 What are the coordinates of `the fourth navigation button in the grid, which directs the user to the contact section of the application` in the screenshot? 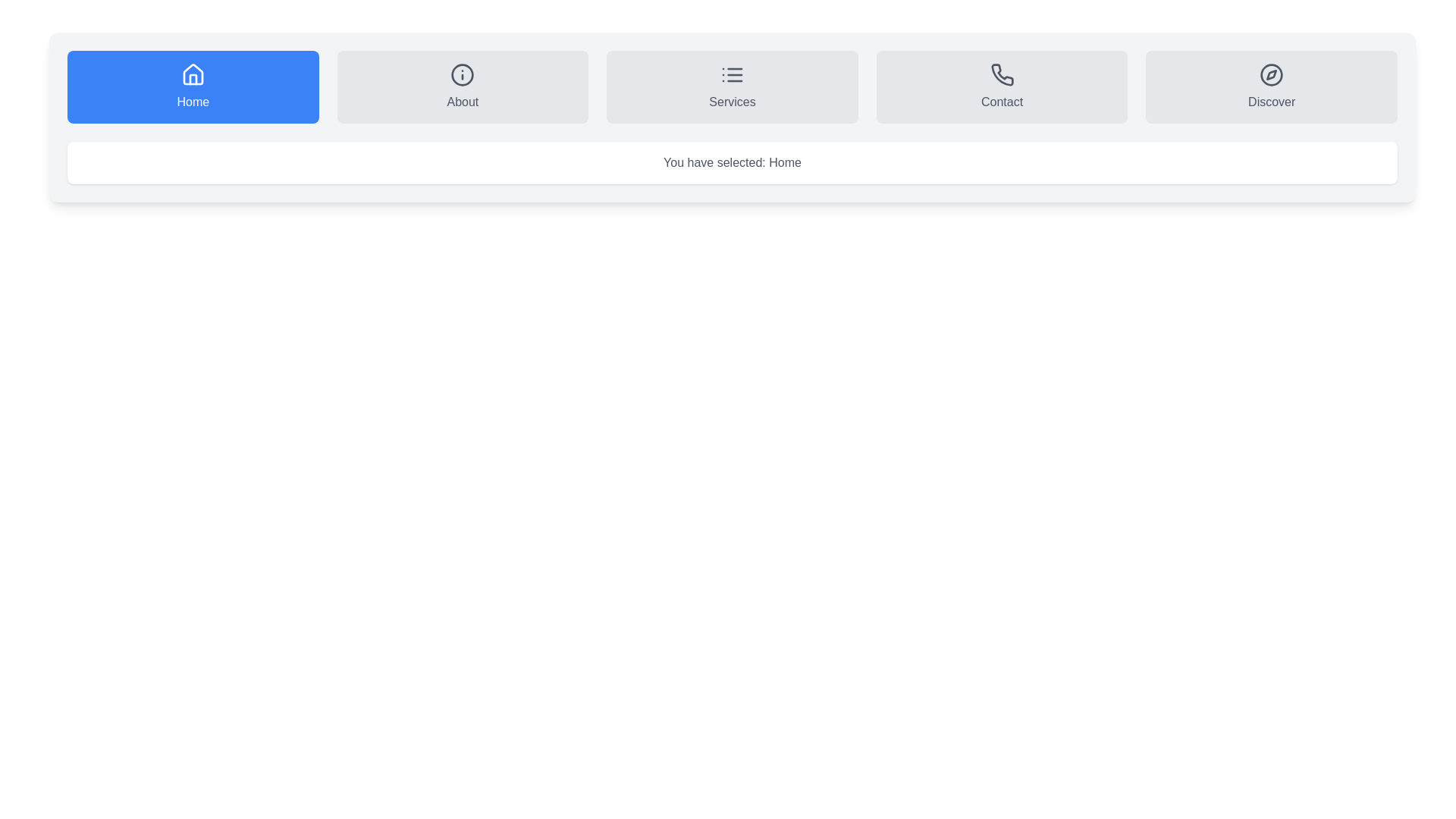 It's located at (1002, 87).